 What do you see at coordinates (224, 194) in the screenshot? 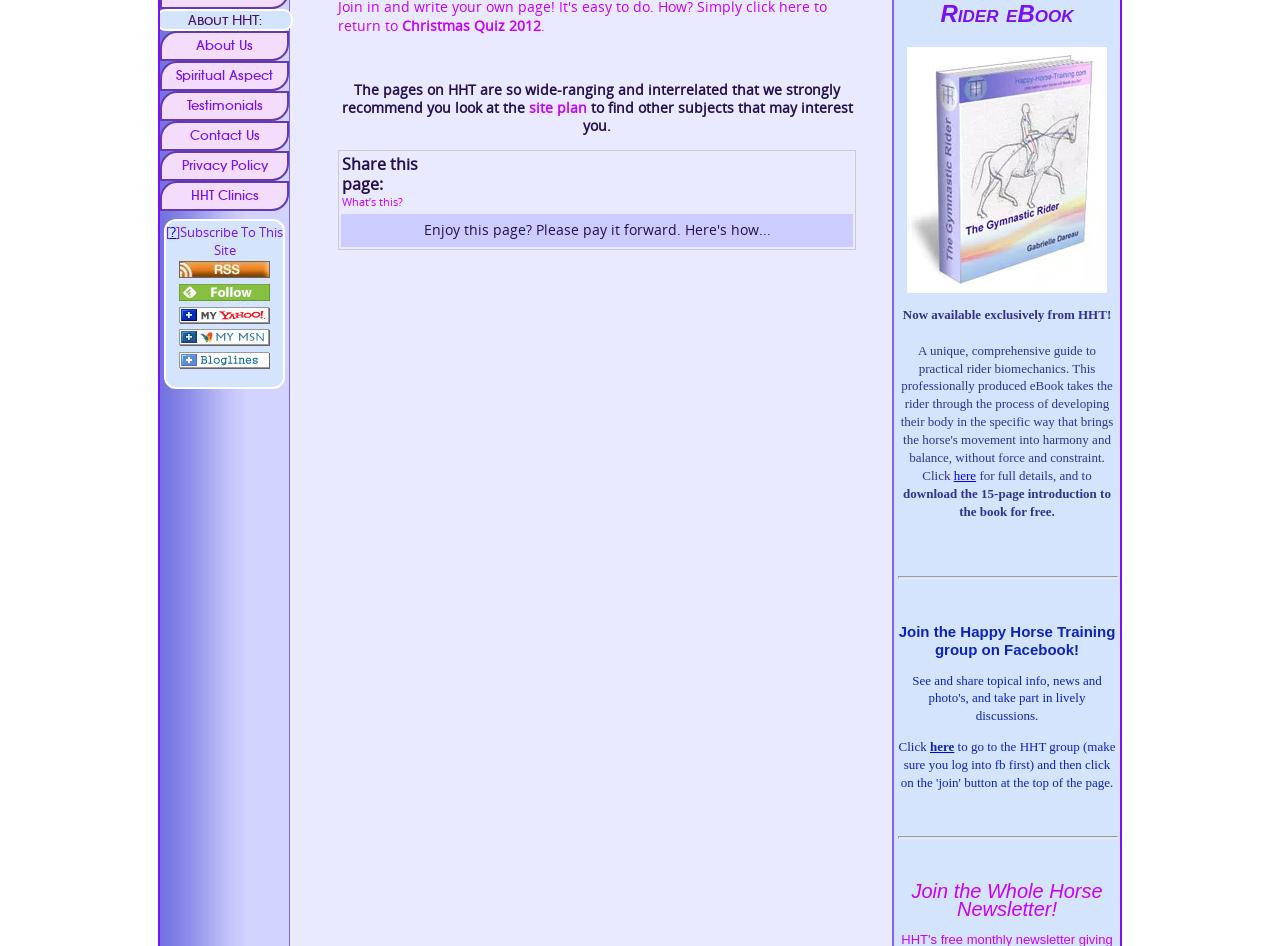
I see `'HHT Clinics'` at bounding box center [224, 194].